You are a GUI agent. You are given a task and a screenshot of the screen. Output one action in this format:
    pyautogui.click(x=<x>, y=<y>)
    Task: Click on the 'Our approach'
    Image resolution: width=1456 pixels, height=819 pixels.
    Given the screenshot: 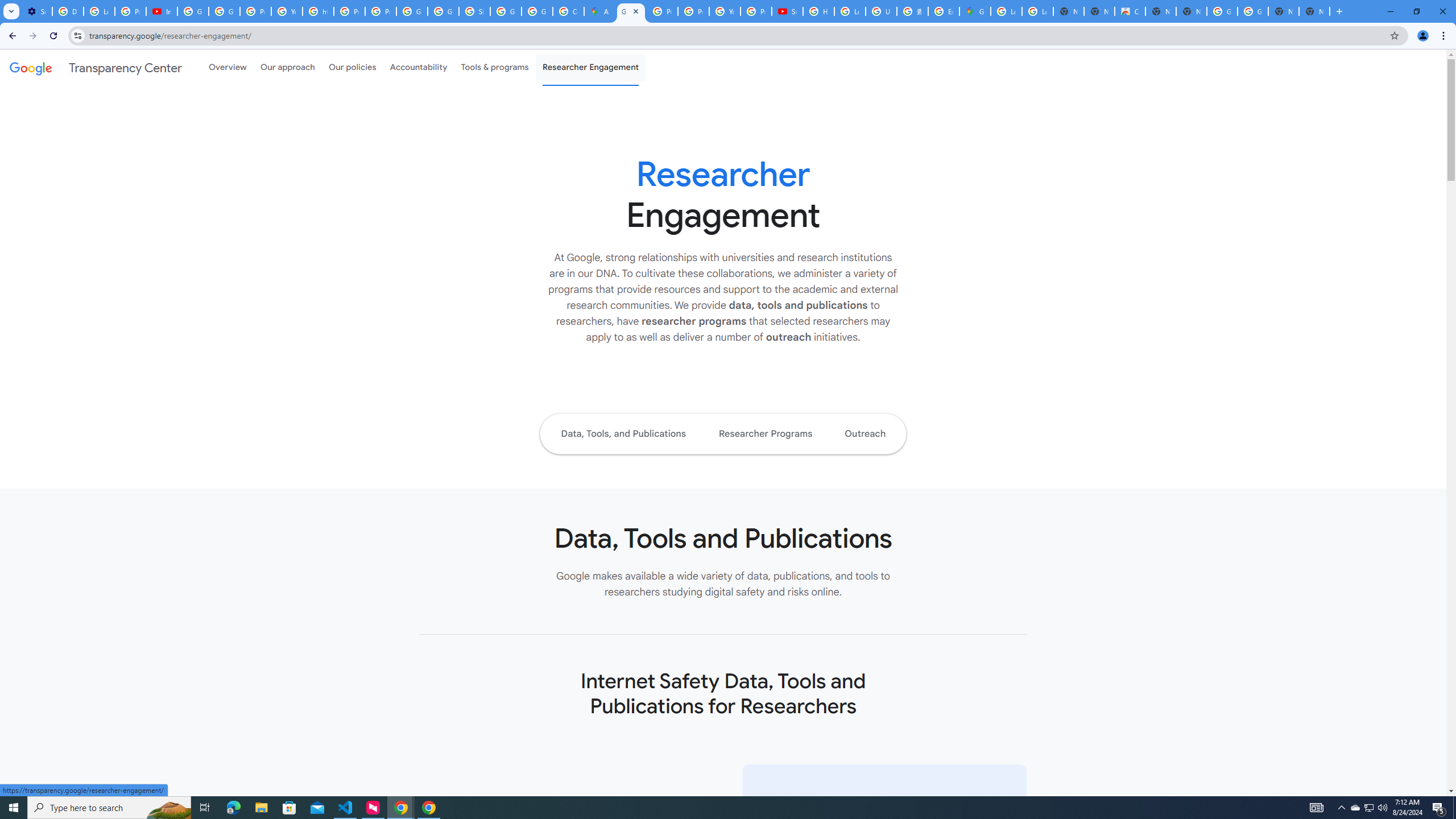 What is the action you would take?
    pyautogui.click(x=287, y=67)
    